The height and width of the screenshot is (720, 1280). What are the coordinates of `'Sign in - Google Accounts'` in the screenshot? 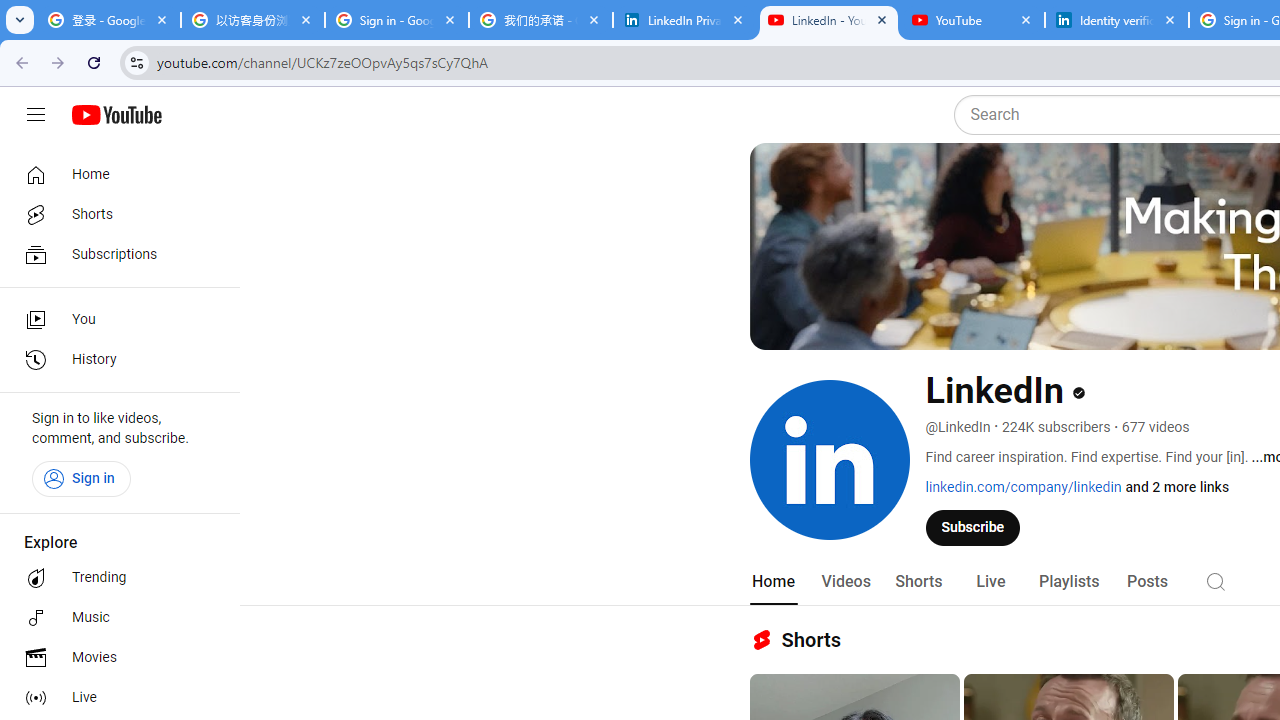 It's located at (396, 20).